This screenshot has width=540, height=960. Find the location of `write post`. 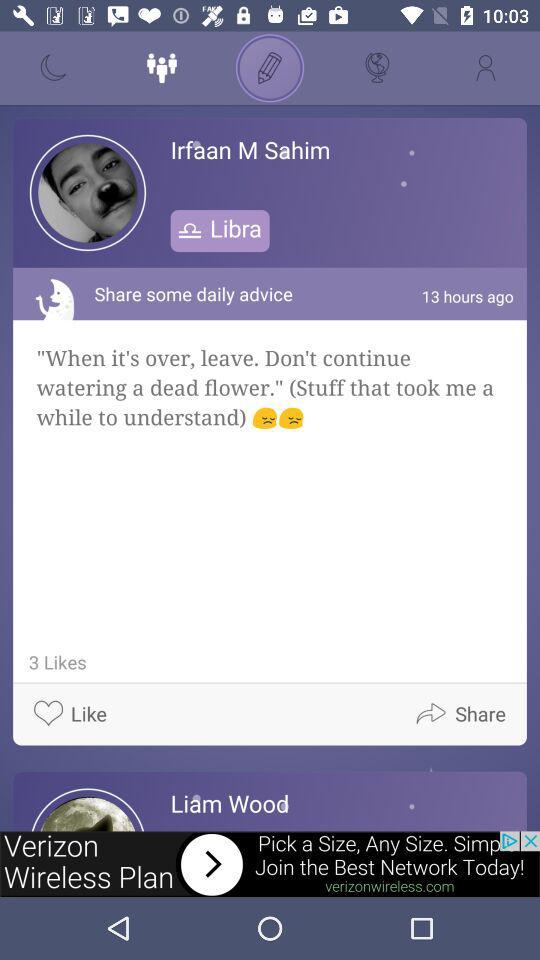

write post is located at coordinates (270, 68).